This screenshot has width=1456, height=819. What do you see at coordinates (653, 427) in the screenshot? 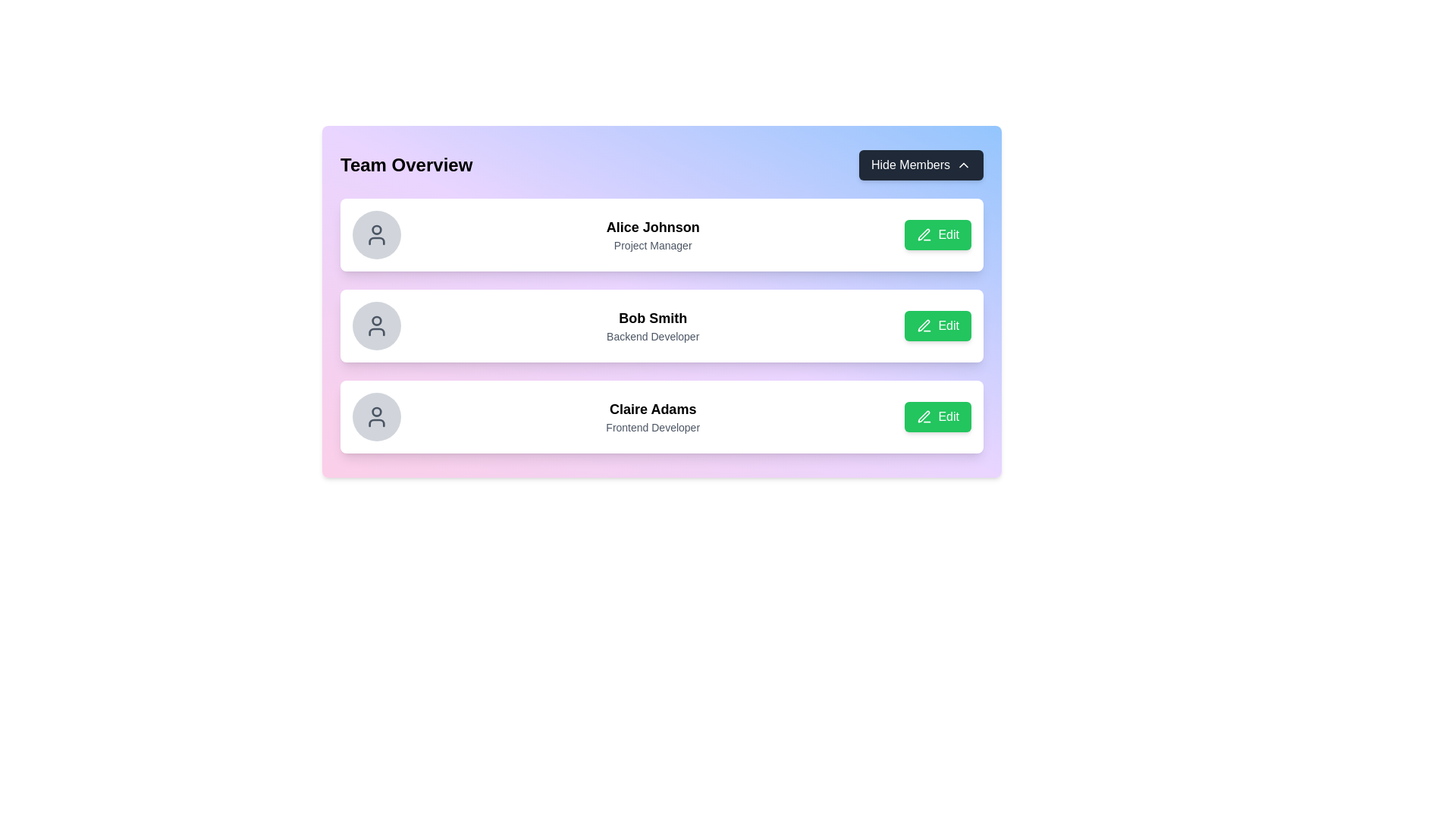
I see `text label indicating the role or title of 'Claire Adams', located centrally below her name within the third card in the team member's vertical list` at bounding box center [653, 427].